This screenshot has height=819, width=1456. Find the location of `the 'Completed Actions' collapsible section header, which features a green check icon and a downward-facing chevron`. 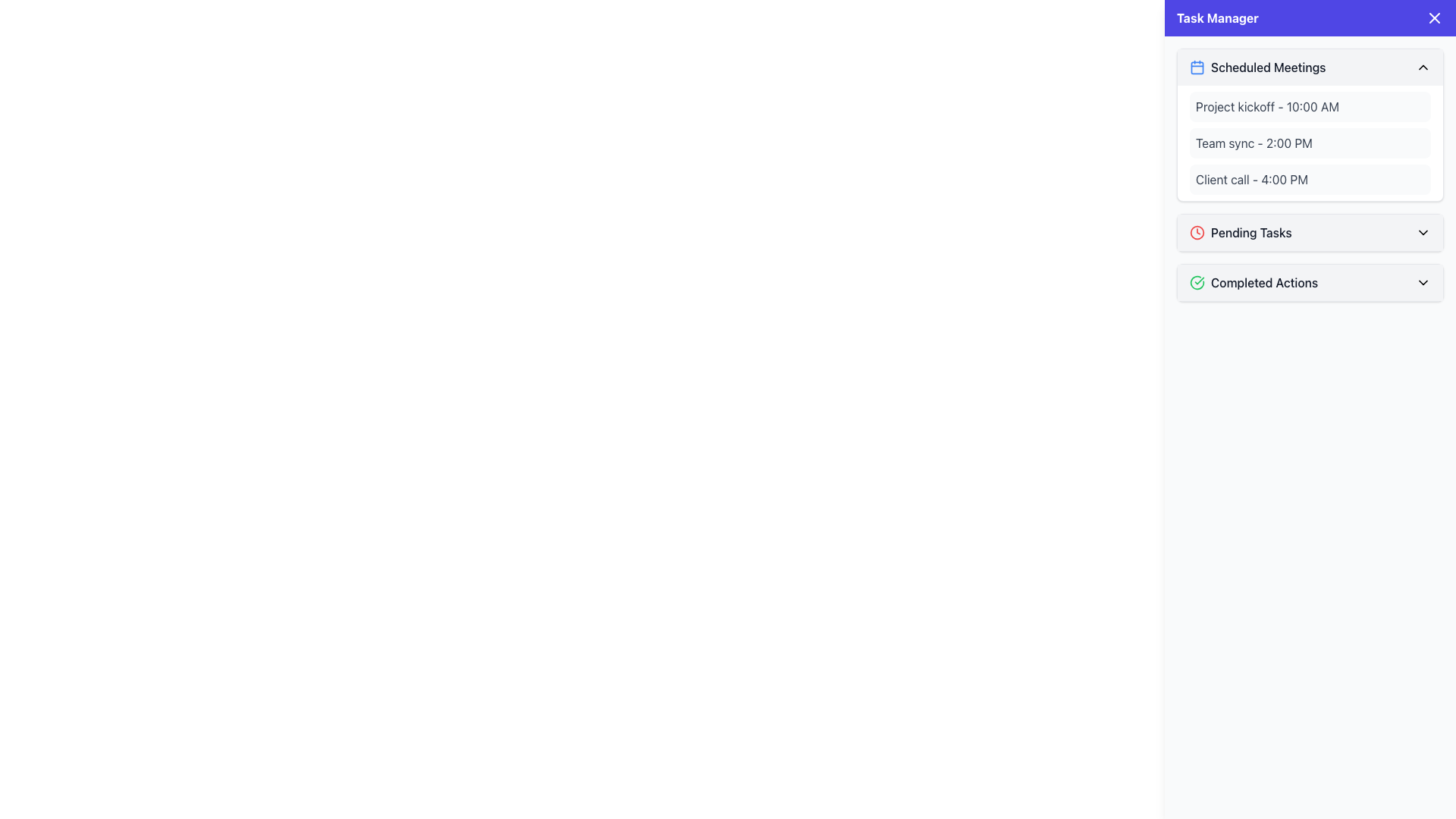

the 'Completed Actions' collapsible section header, which features a green check icon and a downward-facing chevron is located at coordinates (1310, 283).